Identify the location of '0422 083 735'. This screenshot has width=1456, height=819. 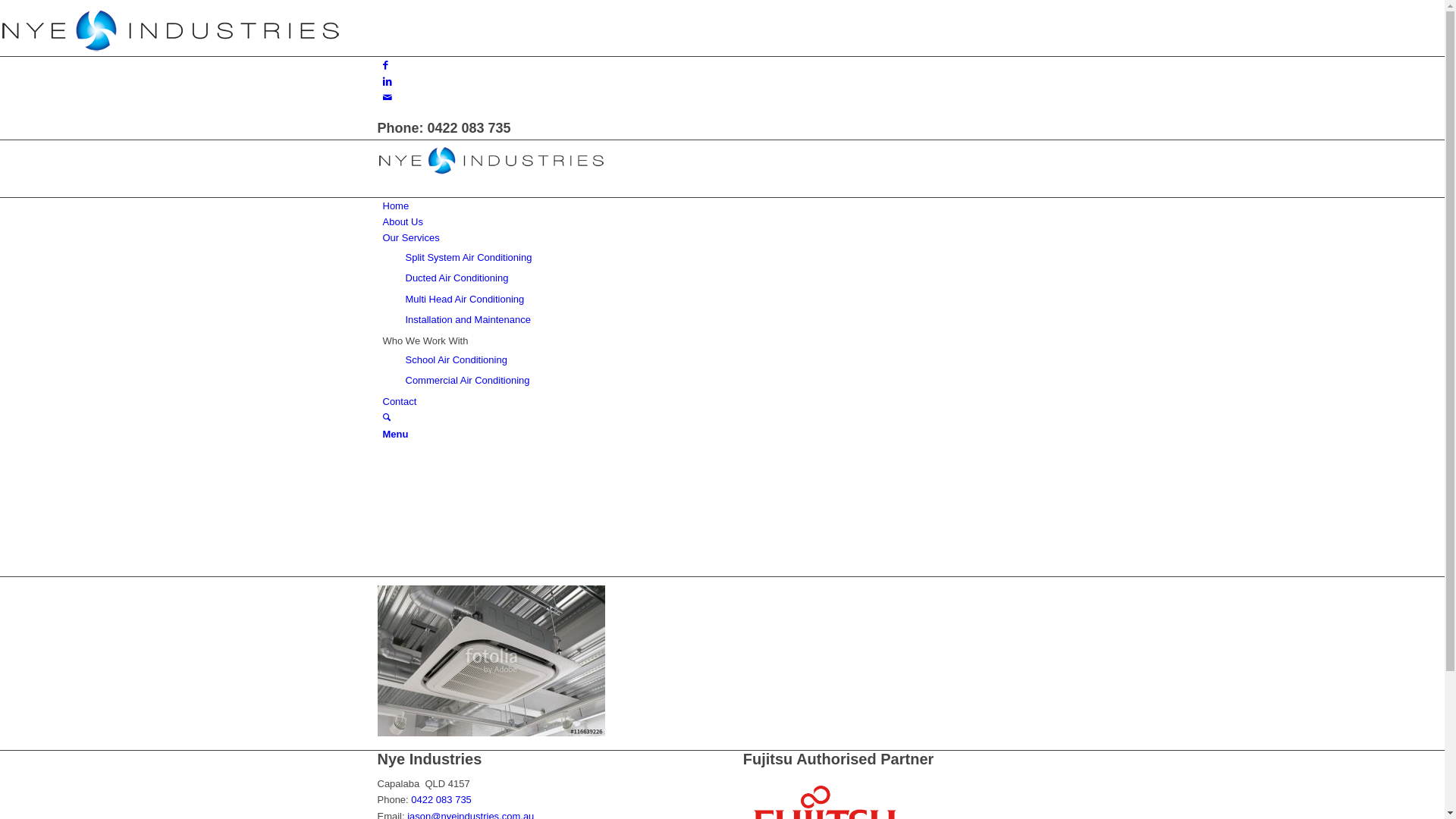
(411, 799).